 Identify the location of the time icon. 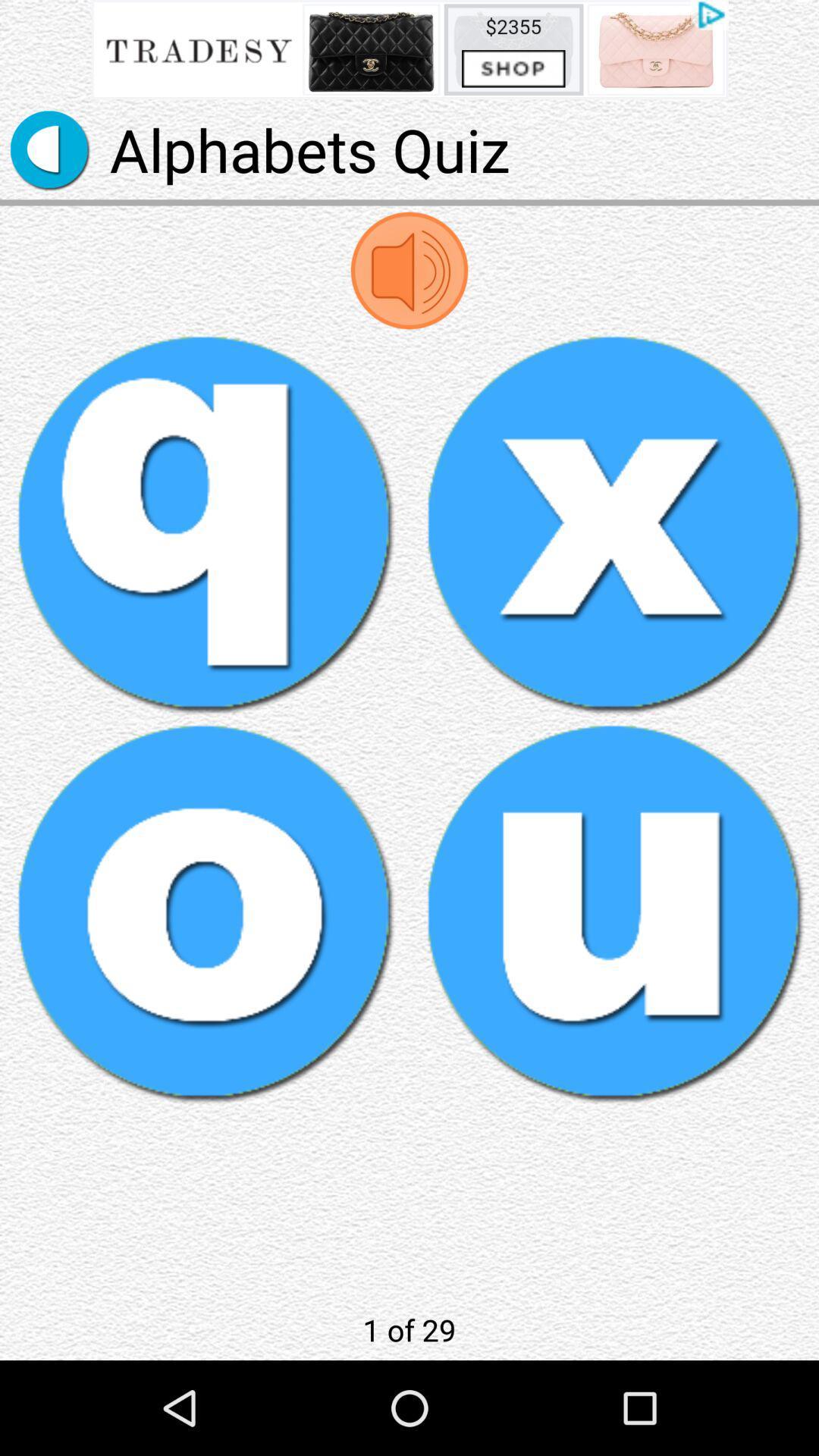
(49, 159).